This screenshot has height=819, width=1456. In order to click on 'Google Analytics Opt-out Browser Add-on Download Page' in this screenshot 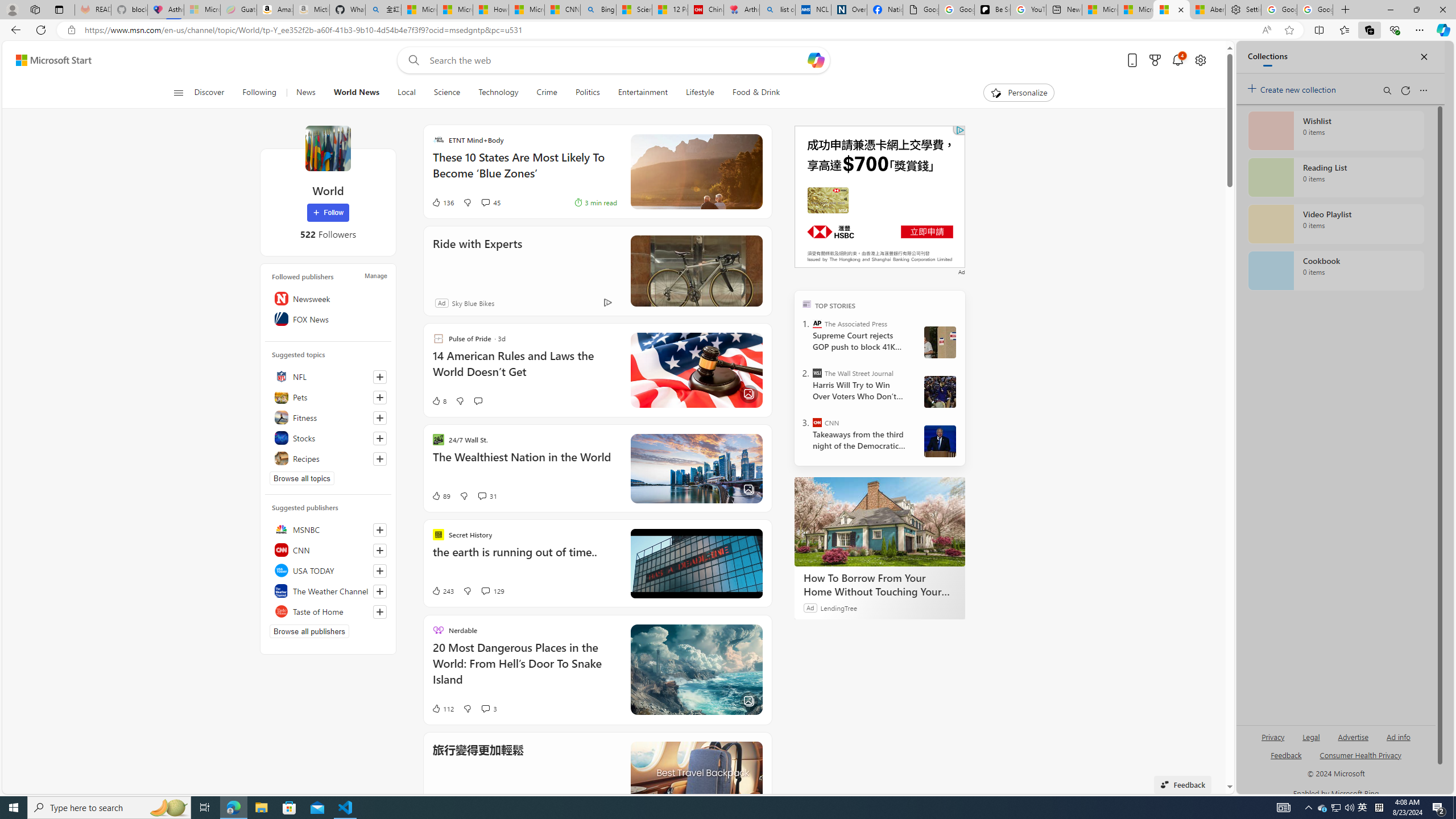, I will do `click(920, 9)`.